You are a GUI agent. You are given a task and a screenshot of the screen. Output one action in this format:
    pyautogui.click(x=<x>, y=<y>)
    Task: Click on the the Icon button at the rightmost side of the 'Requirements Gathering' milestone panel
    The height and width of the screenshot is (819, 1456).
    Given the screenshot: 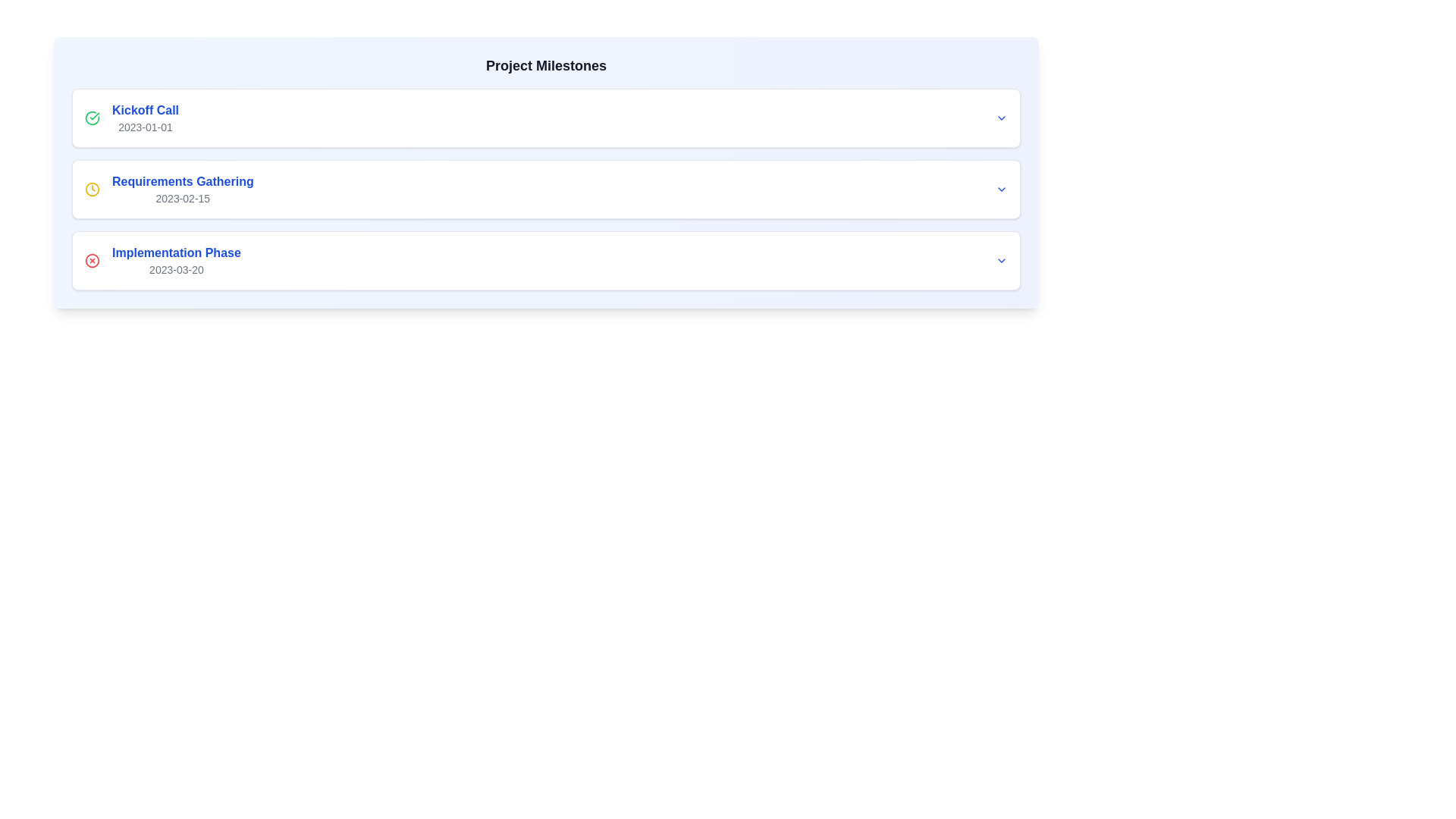 What is the action you would take?
    pyautogui.click(x=1001, y=189)
    